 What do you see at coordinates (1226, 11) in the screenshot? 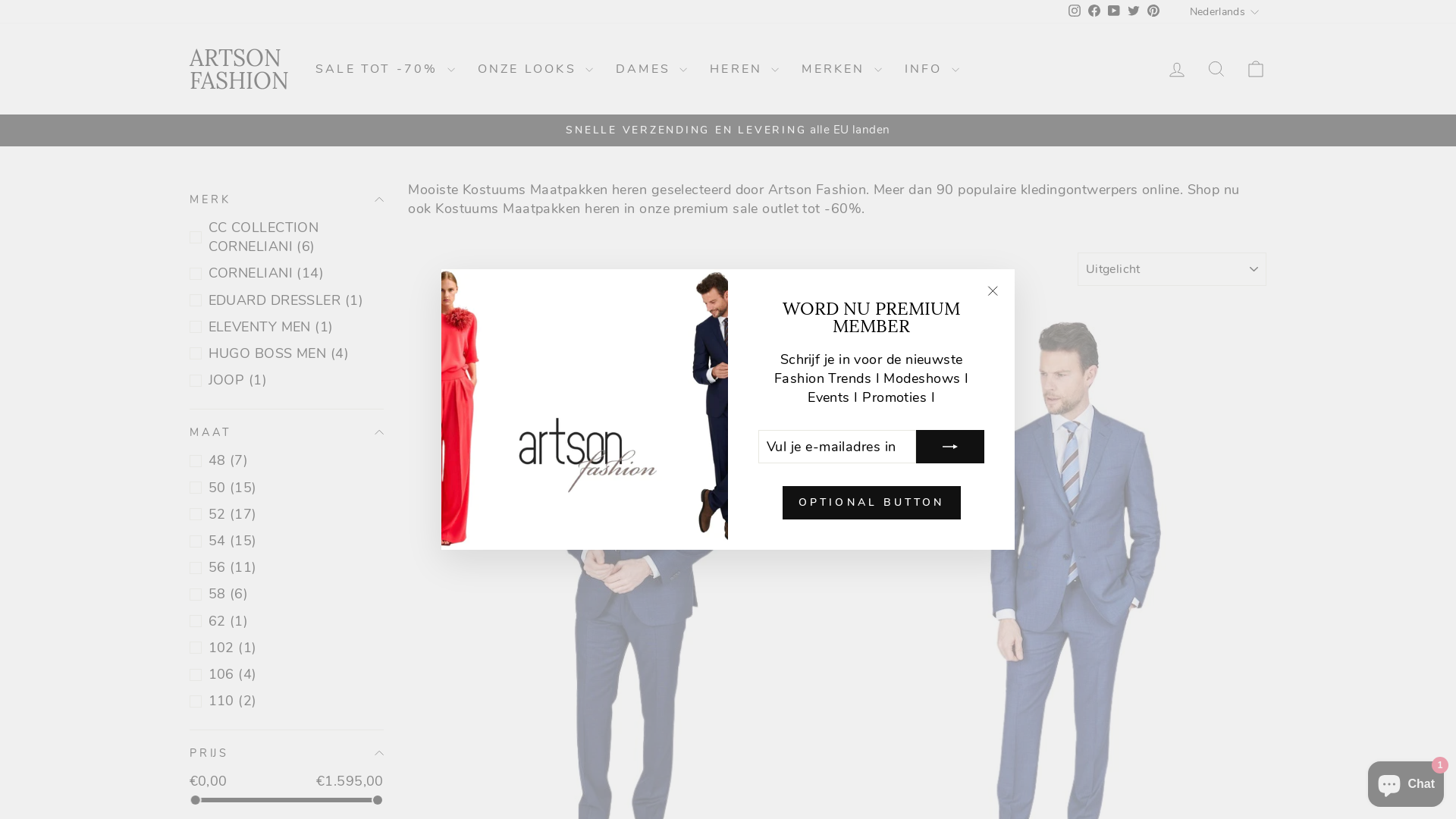
I see `'Nederlands'` at bounding box center [1226, 11].